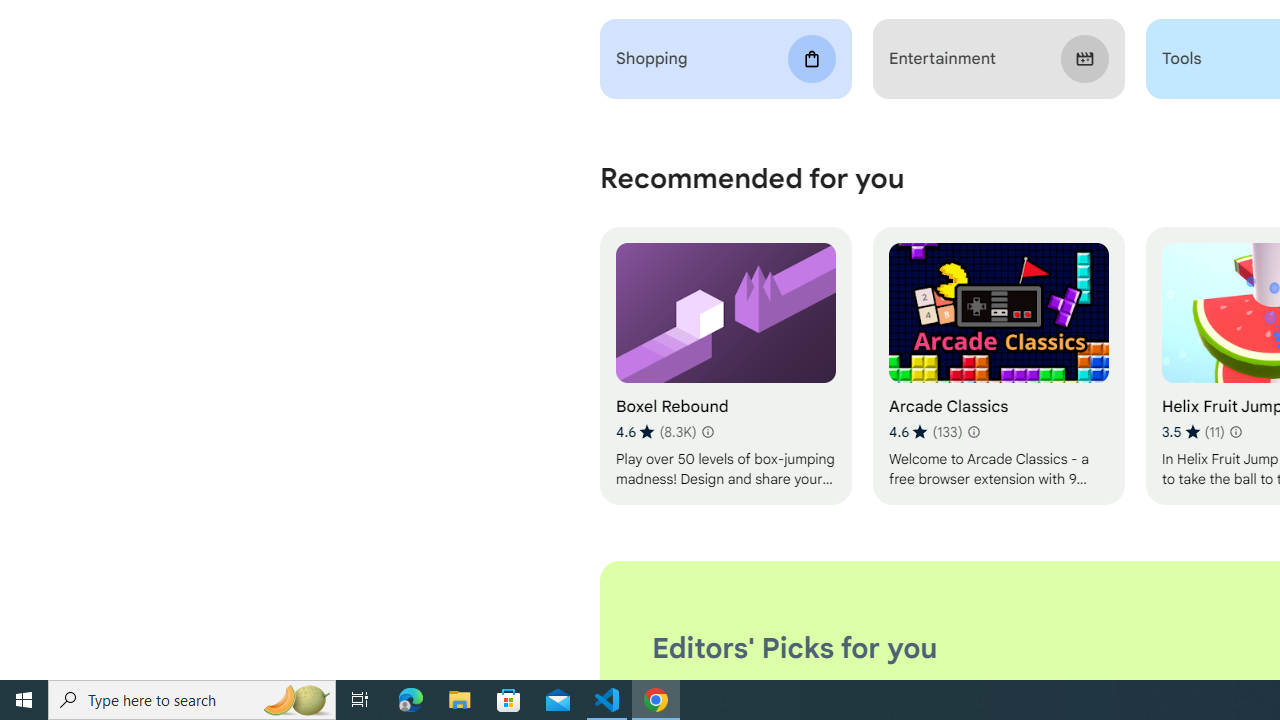 This screenshot has height=720, width=1280. I want to click on 'File Explorer', so click(459, 698).